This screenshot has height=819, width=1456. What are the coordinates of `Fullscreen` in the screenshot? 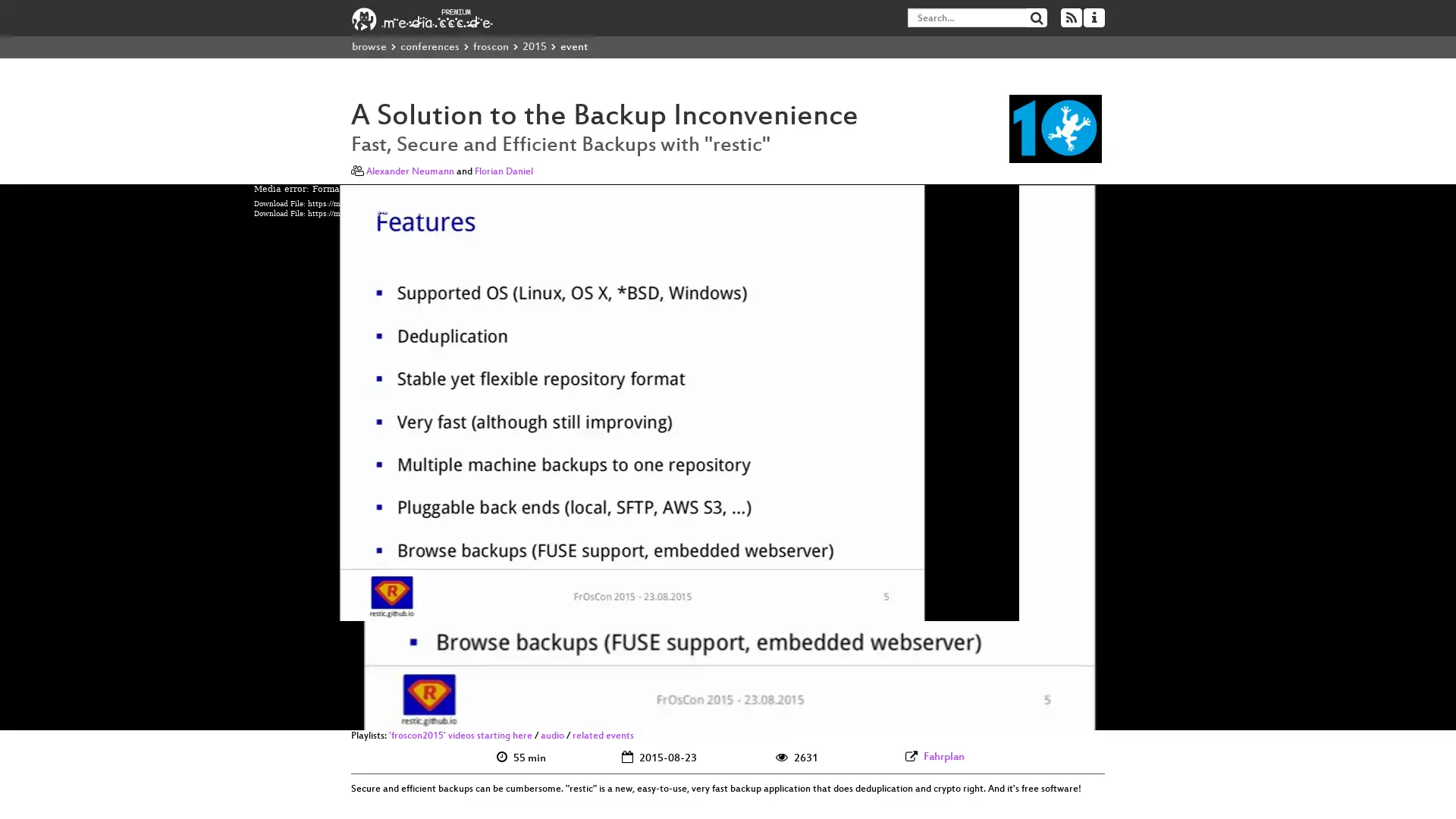 It's located at (1193, 714).